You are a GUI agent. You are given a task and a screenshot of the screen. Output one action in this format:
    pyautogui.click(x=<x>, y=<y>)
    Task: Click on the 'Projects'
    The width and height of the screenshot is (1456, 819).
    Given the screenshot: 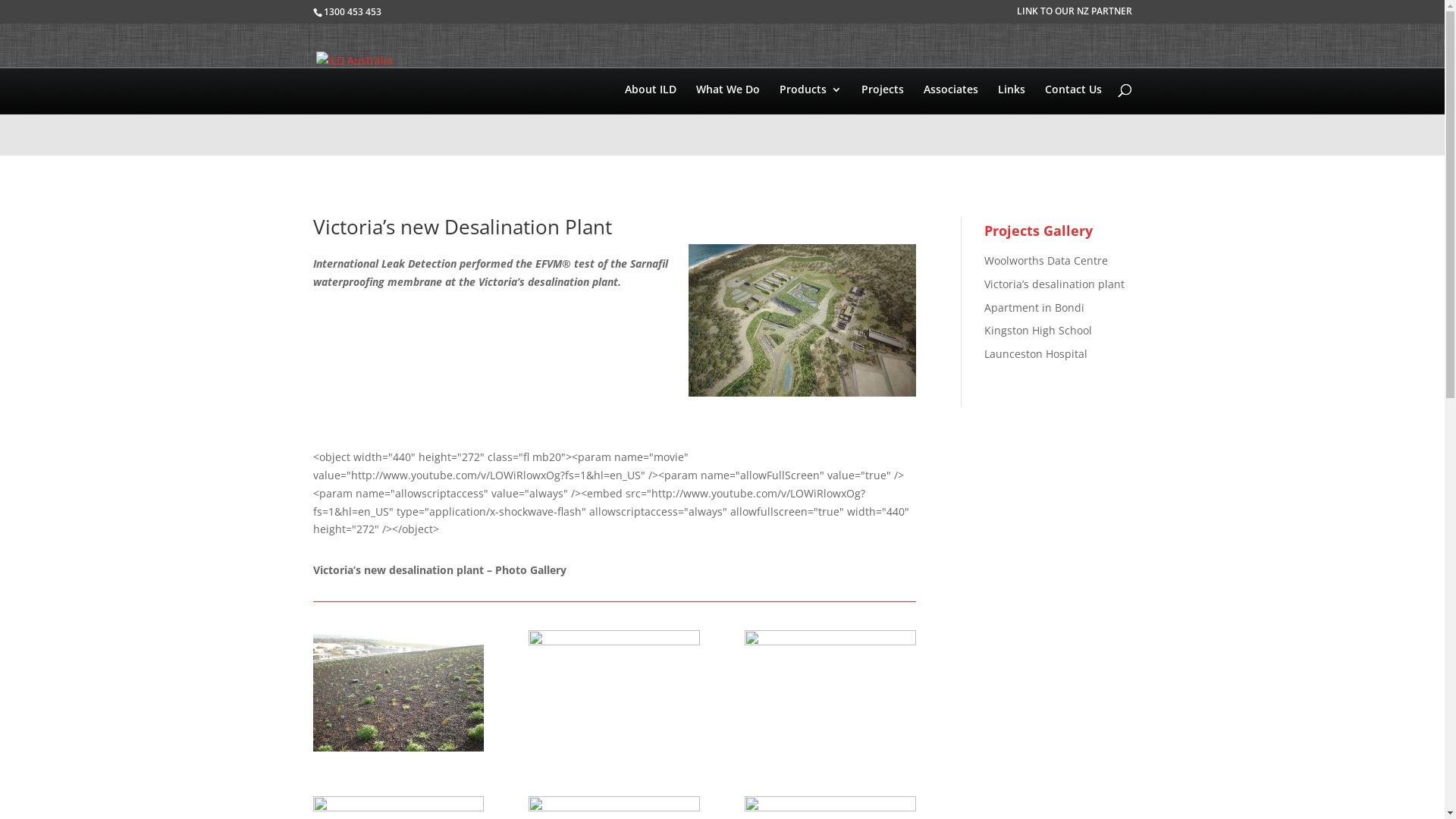 What is the action you would take?
    pyautogui.click(x=882, y=119)
    